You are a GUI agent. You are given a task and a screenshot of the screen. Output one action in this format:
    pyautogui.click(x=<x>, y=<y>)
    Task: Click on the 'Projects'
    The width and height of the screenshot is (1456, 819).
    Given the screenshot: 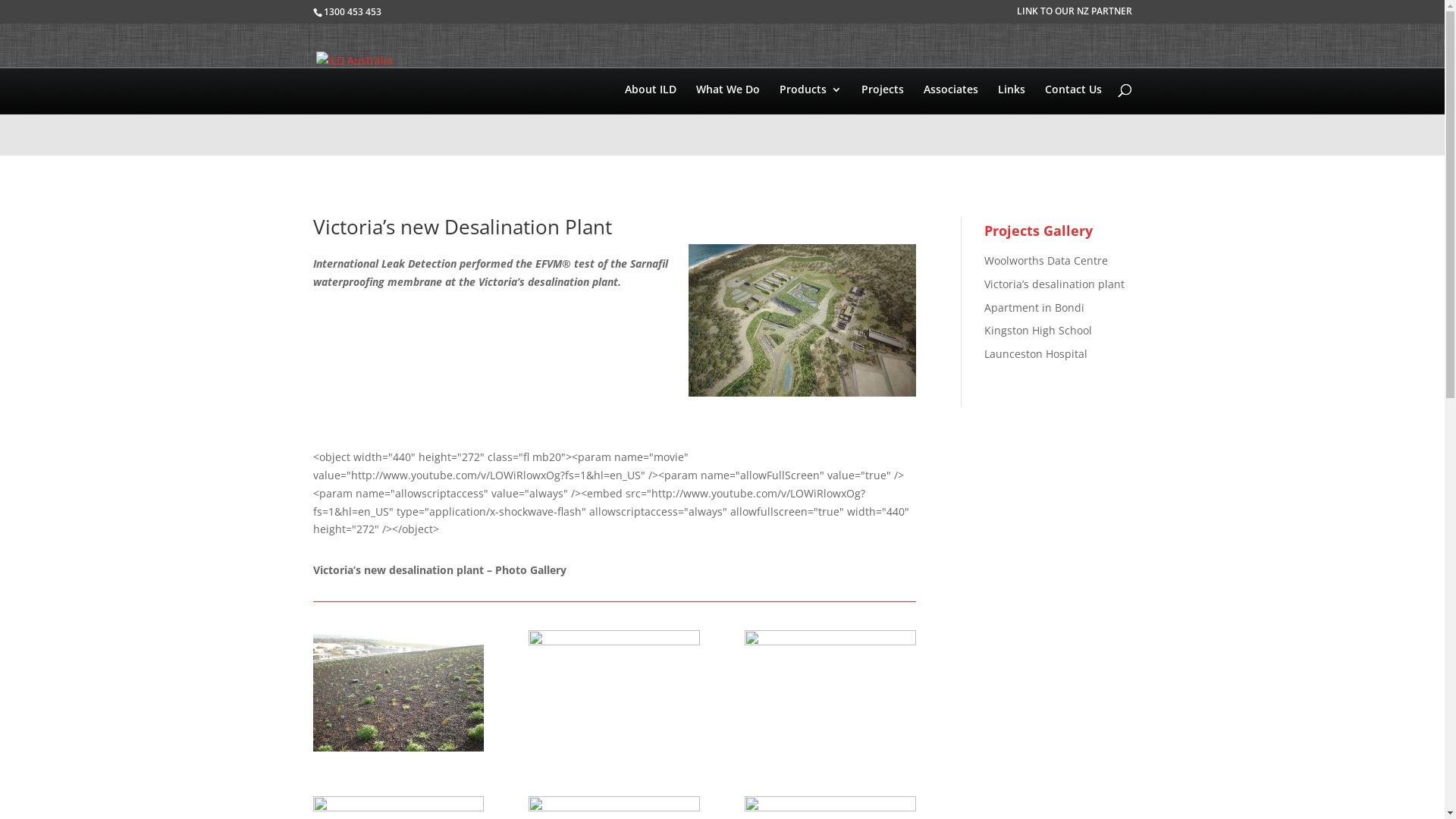 What is the action you would take?
    pyautogui.click(x=882, y=119)
    